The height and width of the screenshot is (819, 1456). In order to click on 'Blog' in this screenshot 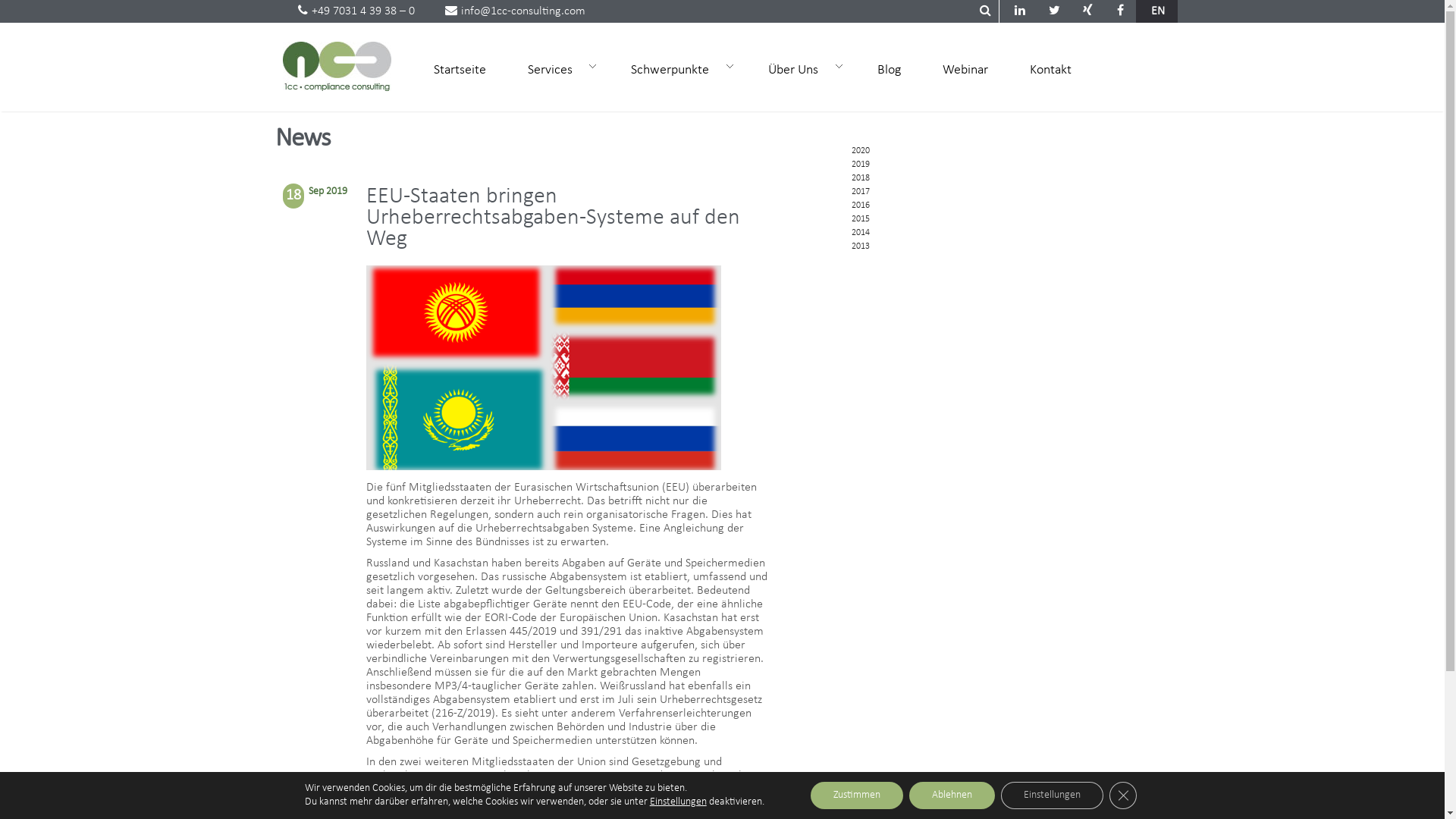, I will do `click(863, 69)`.